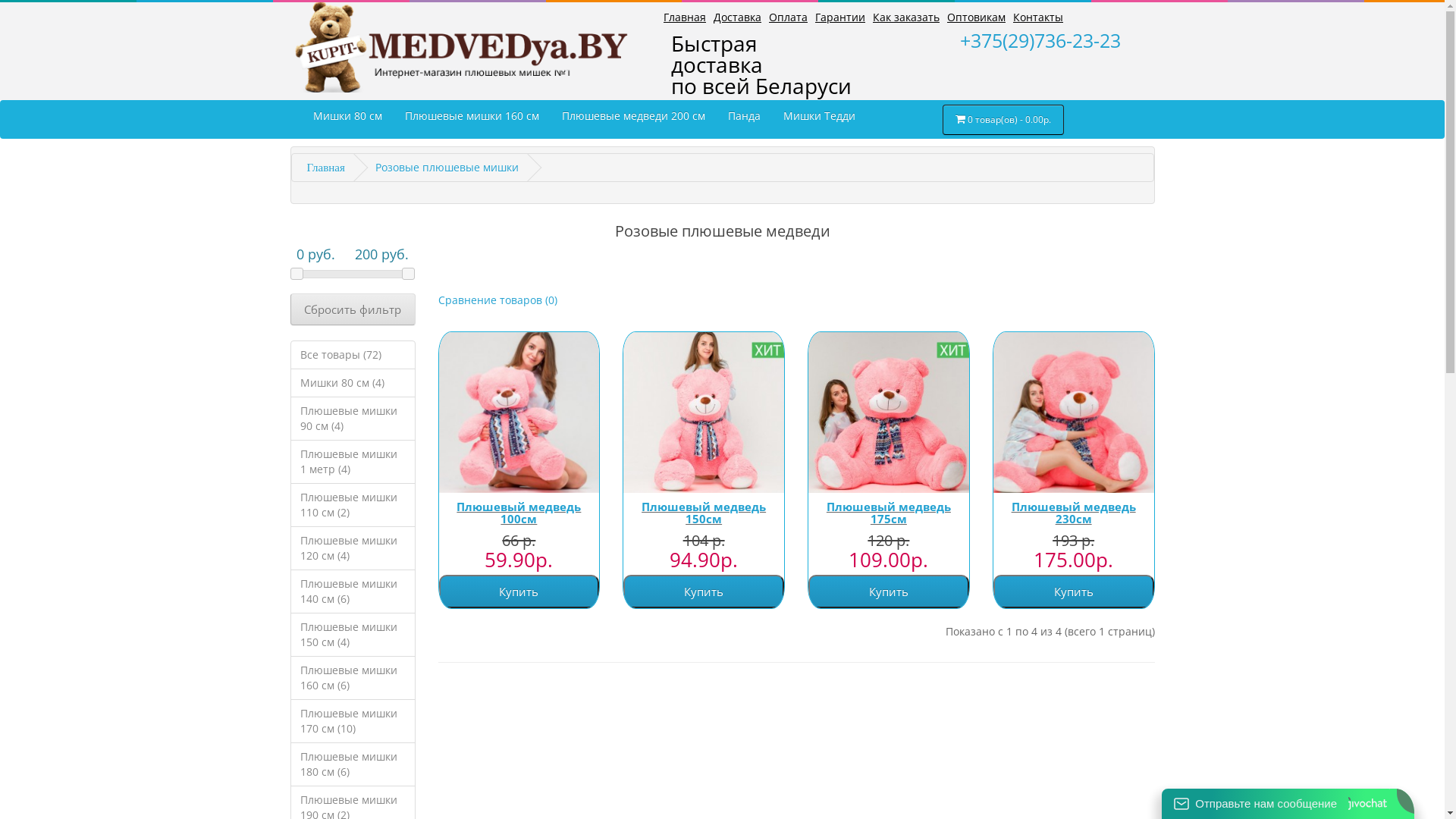  What do you see at coordinates (959, 39) in the screenshot?
I see `'+375(29)736-23-23'` at bounding box center [959, 39].